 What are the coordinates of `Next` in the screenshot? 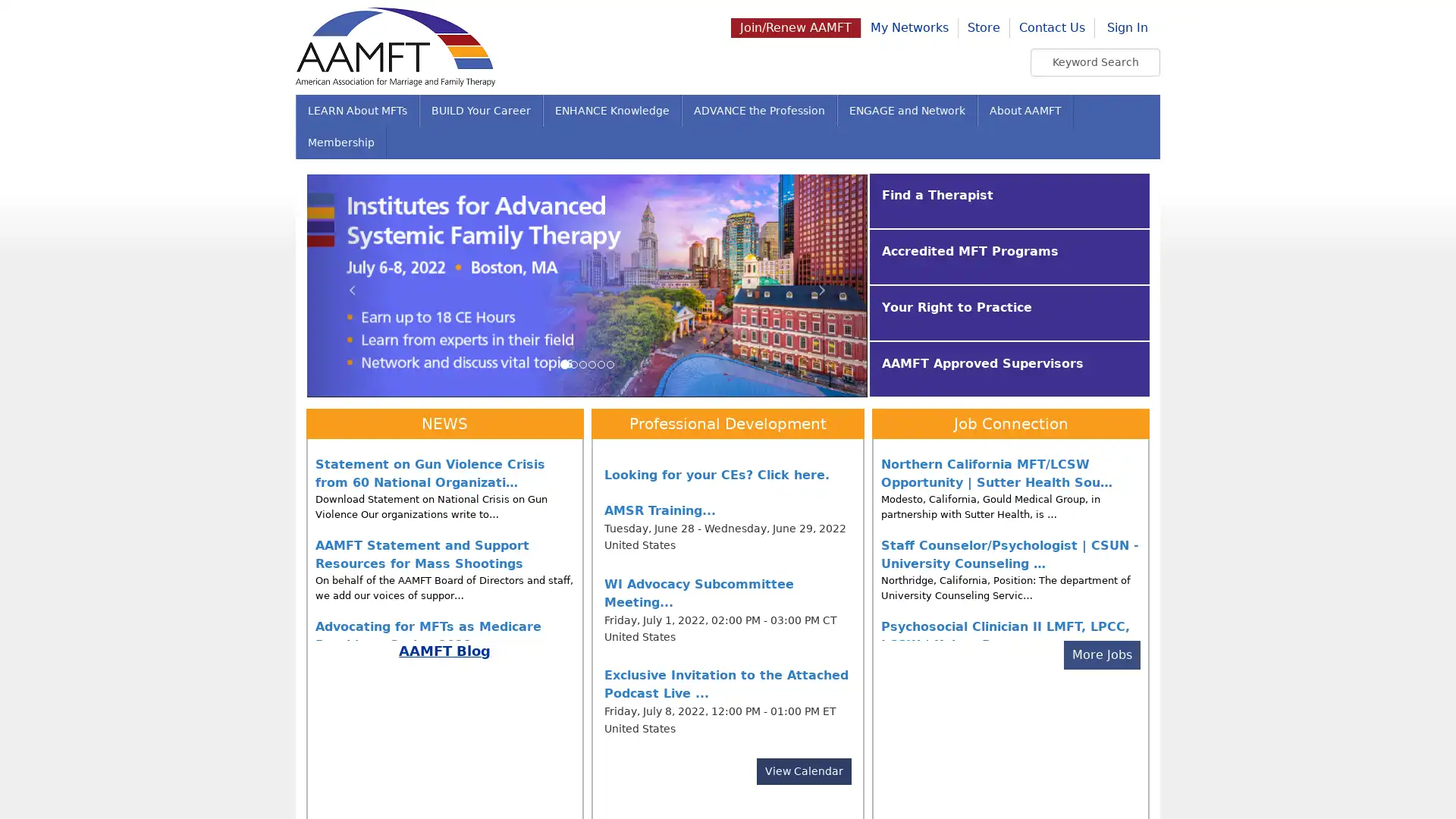 It's located at (824, 284).